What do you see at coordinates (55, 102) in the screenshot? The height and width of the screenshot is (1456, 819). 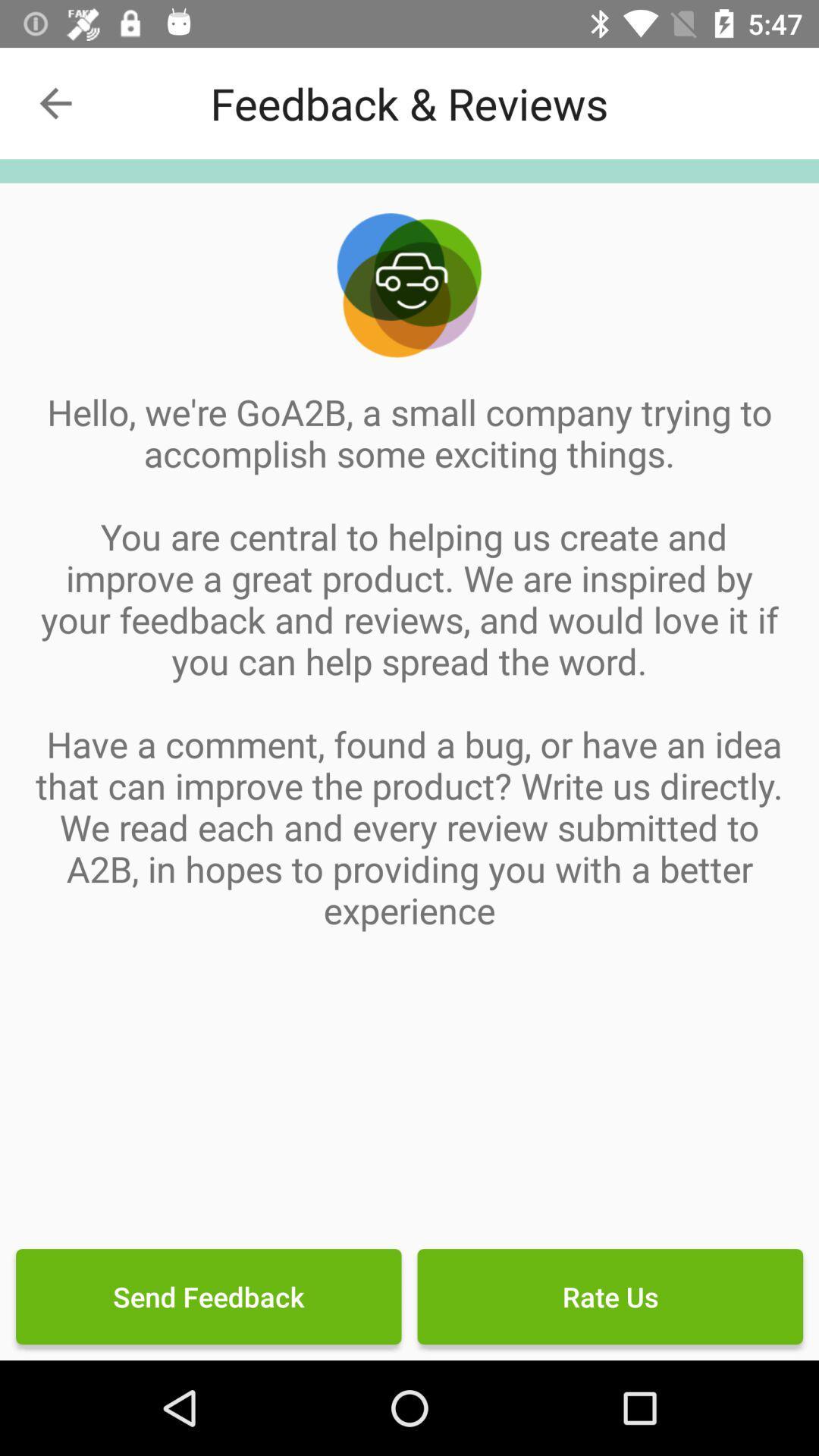 I see `item at the top left corner` at bounding box center [55, 102].